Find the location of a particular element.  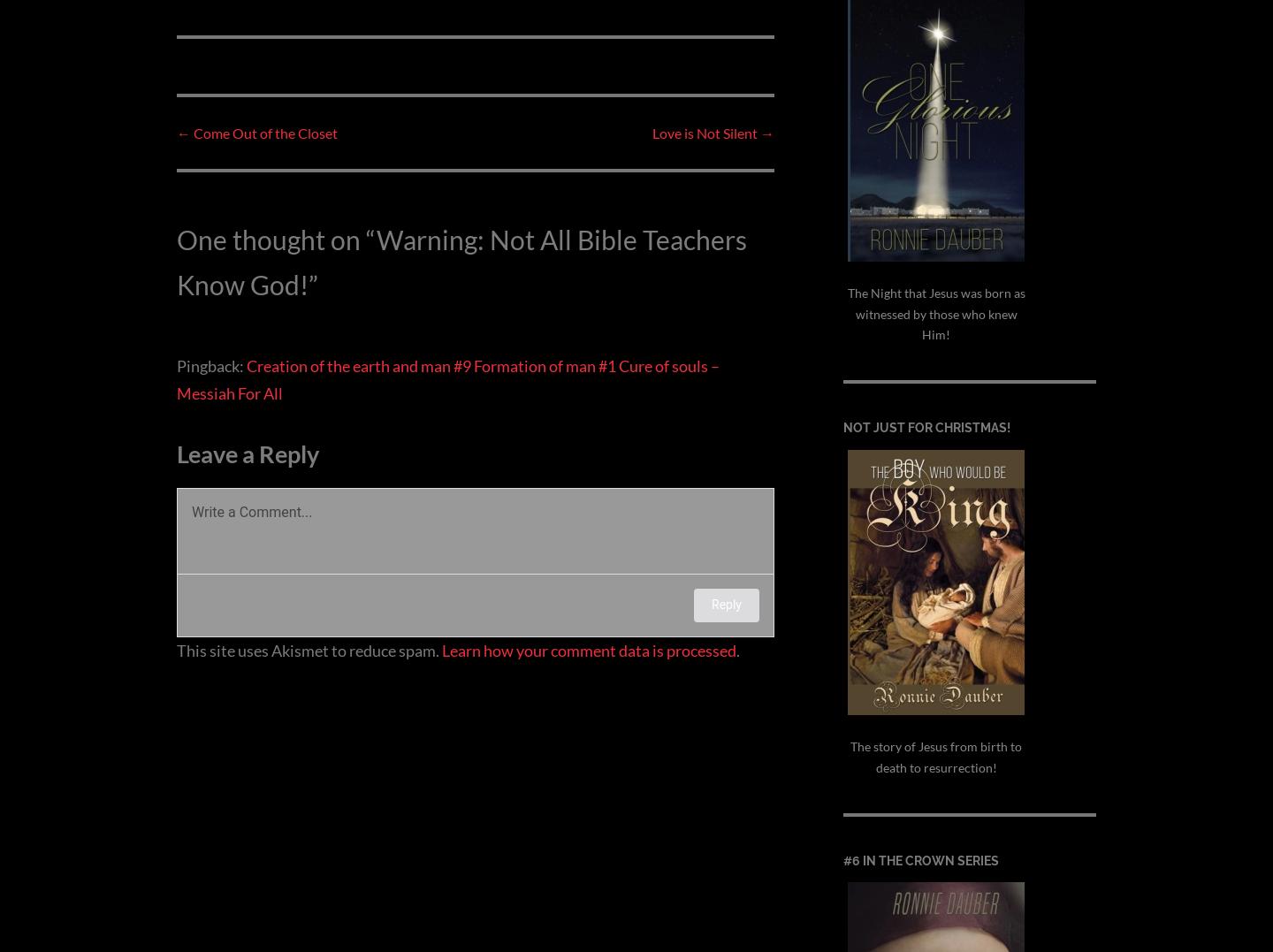

'#6 in the Crown Series' is located at coordinates (920, 859).